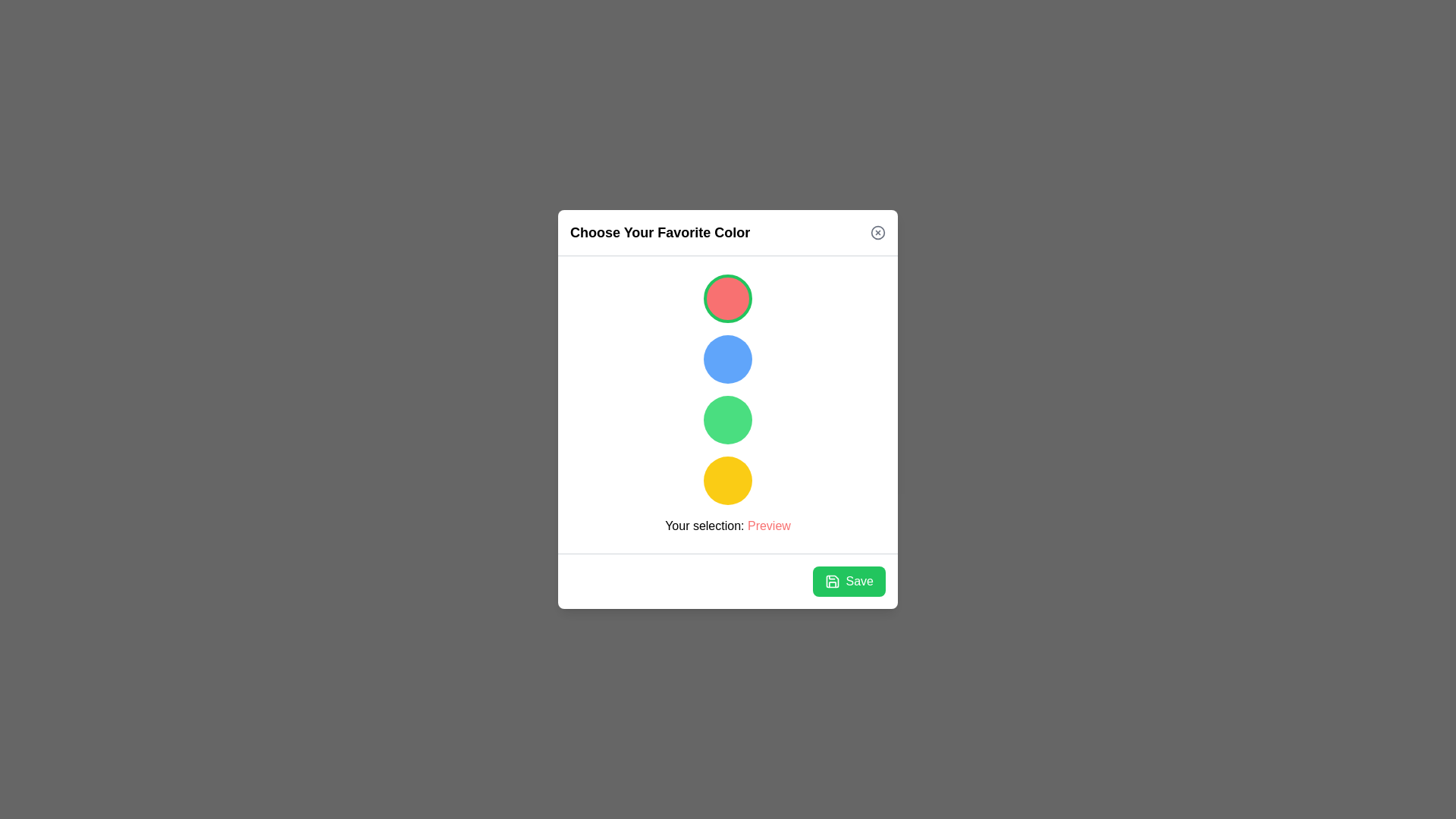 The height and width of the screenshot is (819, 1456). I want to click on the close button to close the dialog, so click(877, 233).